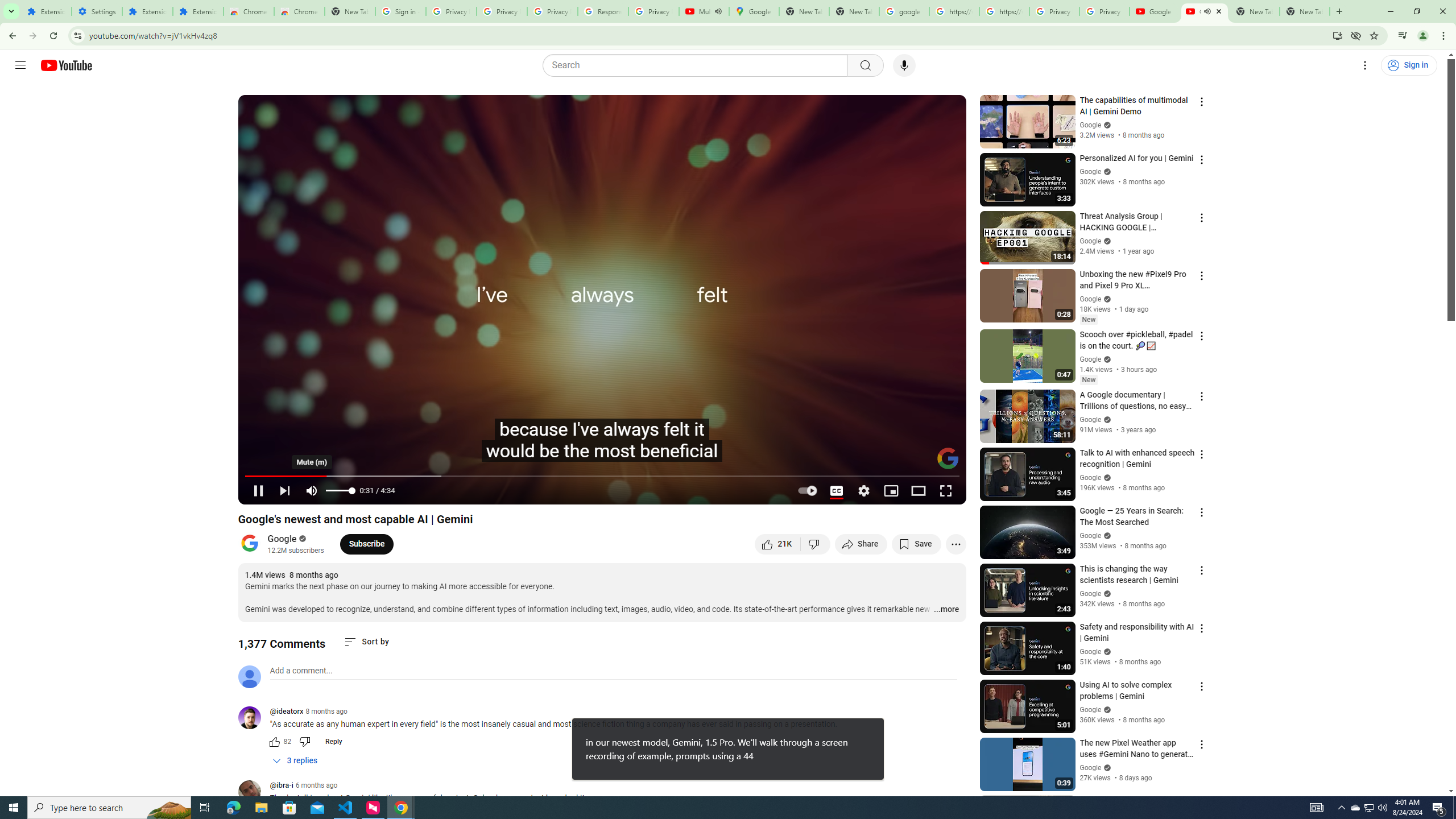 This screenshot has width=1456, height=819. What do you see at coordinates (945, 490) in the screenshot?
I see `'Full screen (f)'` at bounding box center [945, 490].